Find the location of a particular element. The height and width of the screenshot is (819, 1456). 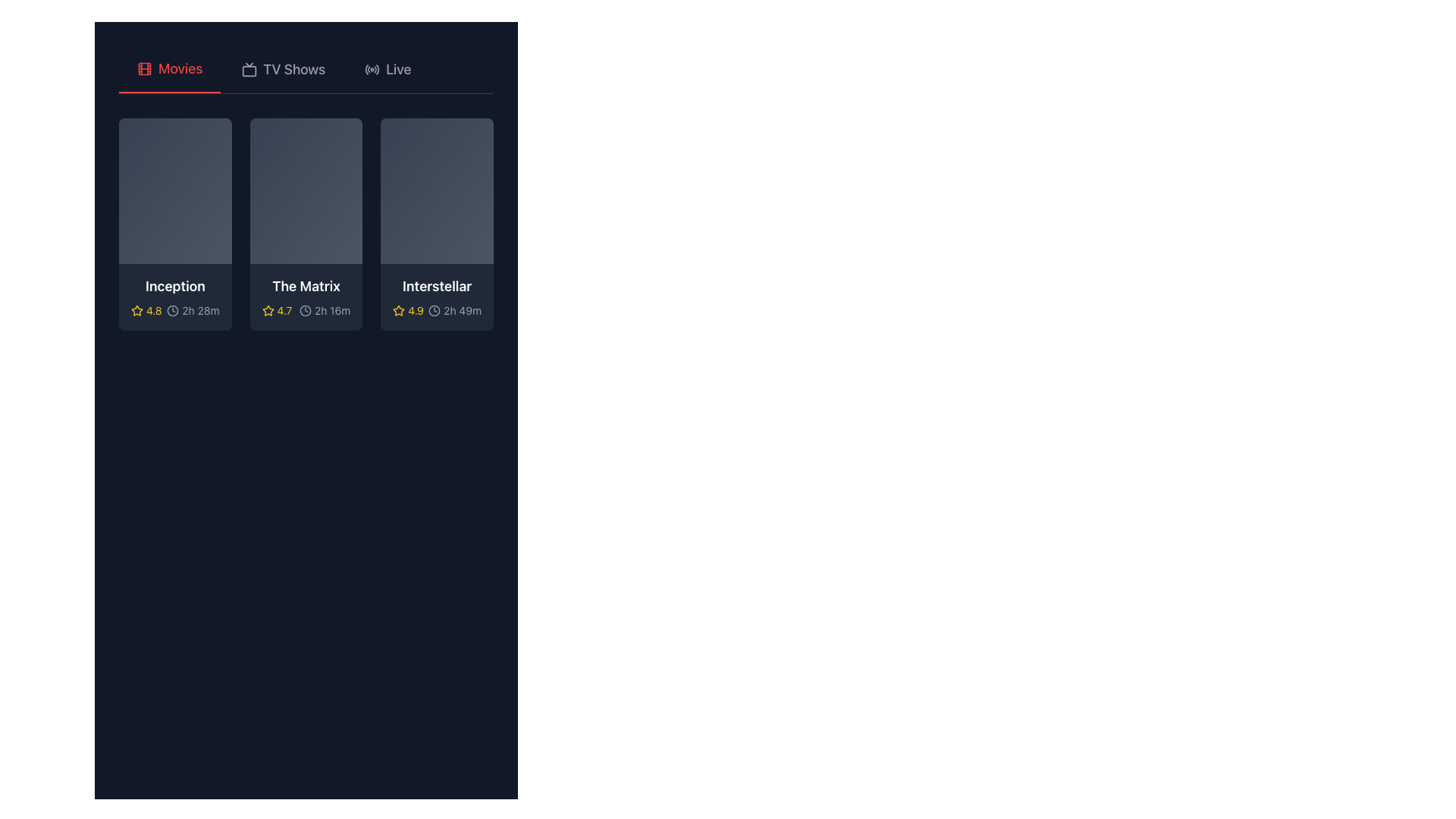

duration text '2h 49m' from the textual label located at the bottom-right of the movie card for 'Interstellar', next to the clock icon is located at coordinates (454, 309).